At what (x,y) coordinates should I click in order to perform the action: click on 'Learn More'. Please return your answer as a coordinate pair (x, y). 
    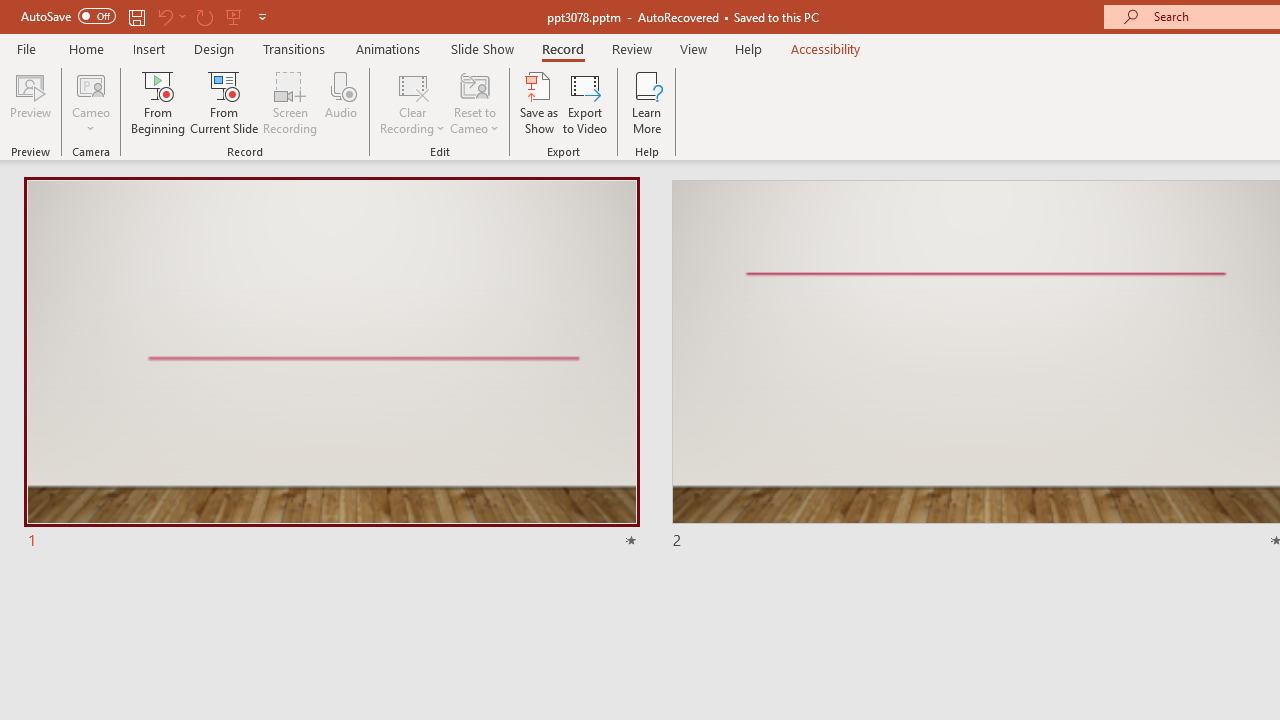
    Looking at the image, I should click on (647, 103).